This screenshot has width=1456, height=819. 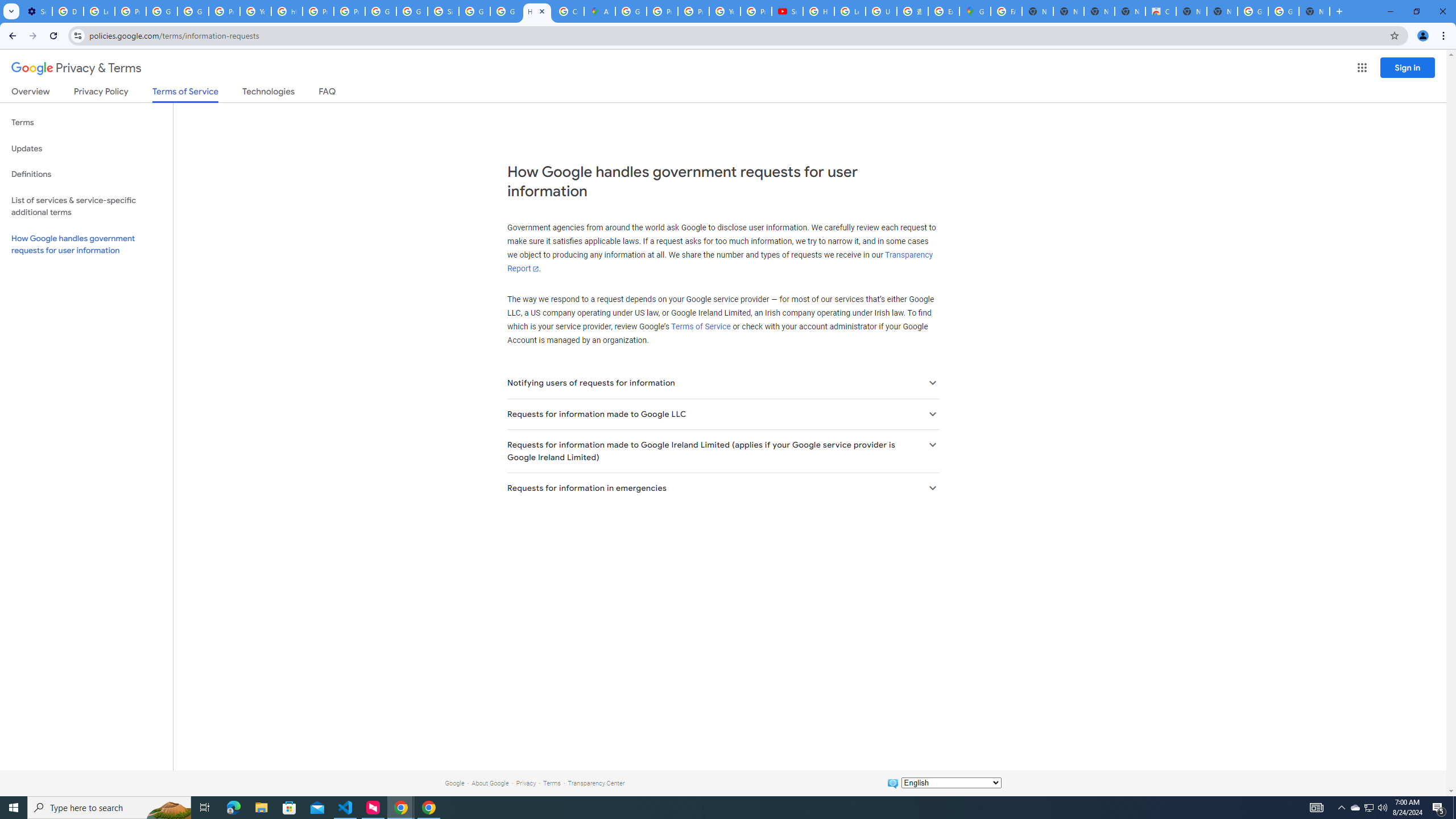 I want to click on 'Change language:', so click(x=950, y=781).